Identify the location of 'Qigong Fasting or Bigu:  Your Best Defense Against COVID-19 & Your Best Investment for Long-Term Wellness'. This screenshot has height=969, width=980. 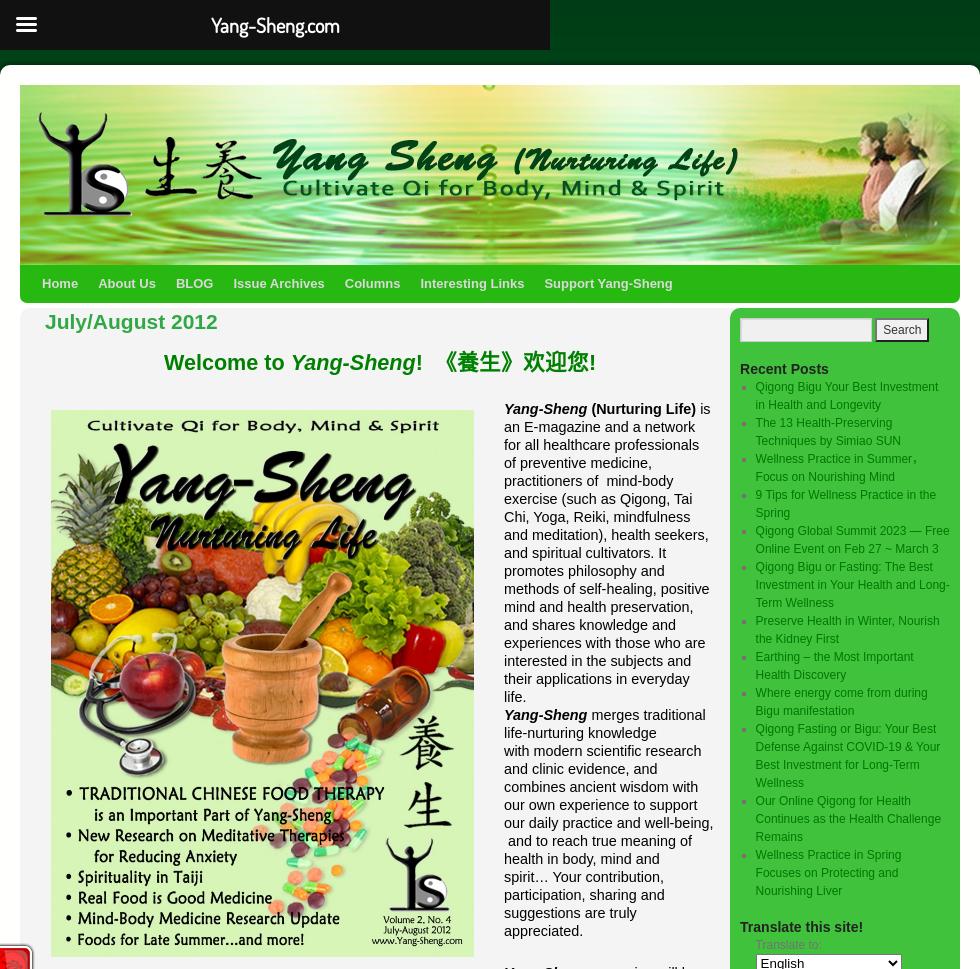
(847, 755).